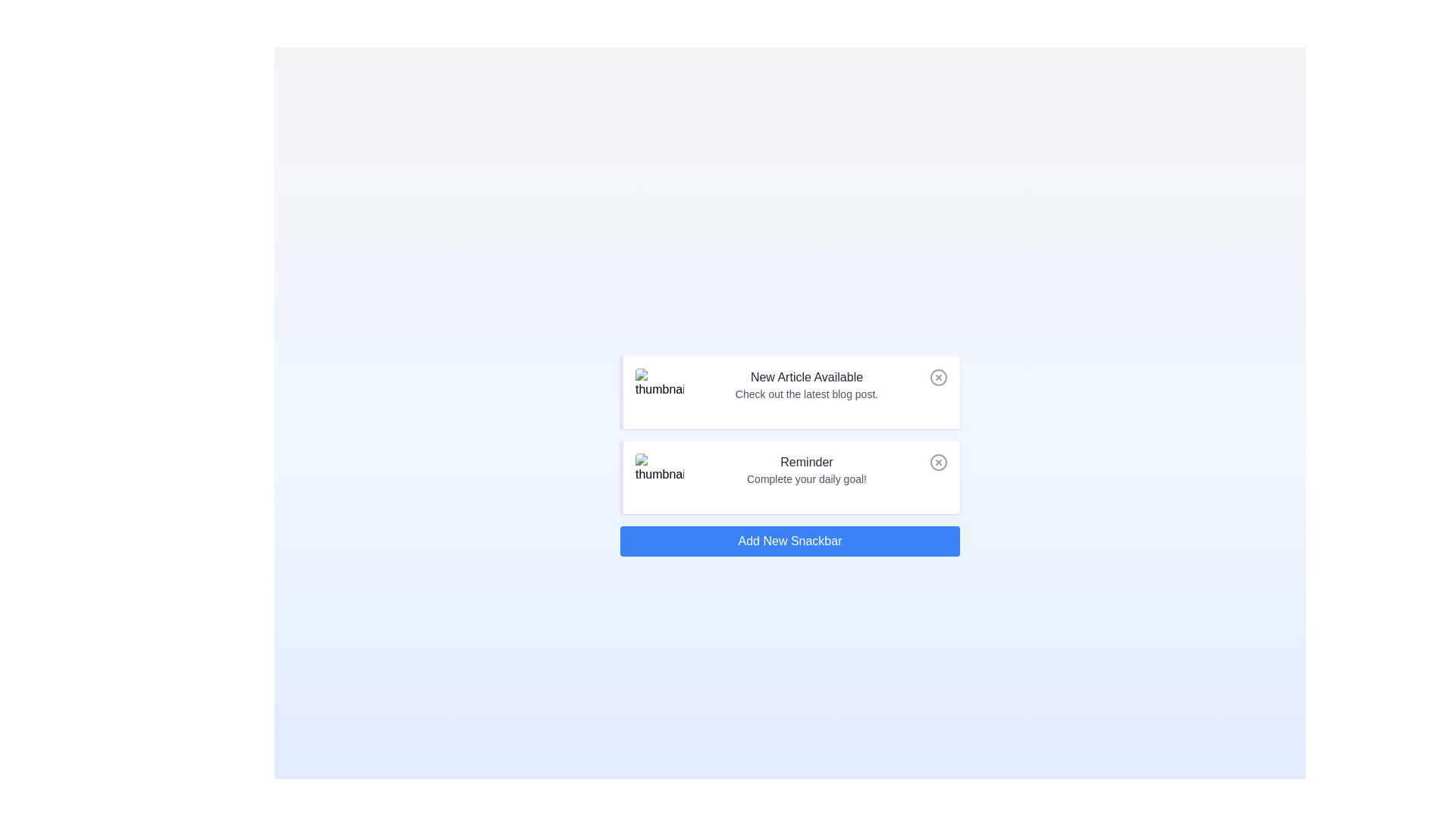  What do you see at coordinates (789, 540) in the screenshot?
I see `the 'Add New Snackbar' button to add a new notification` at bounding box center [789, 540].